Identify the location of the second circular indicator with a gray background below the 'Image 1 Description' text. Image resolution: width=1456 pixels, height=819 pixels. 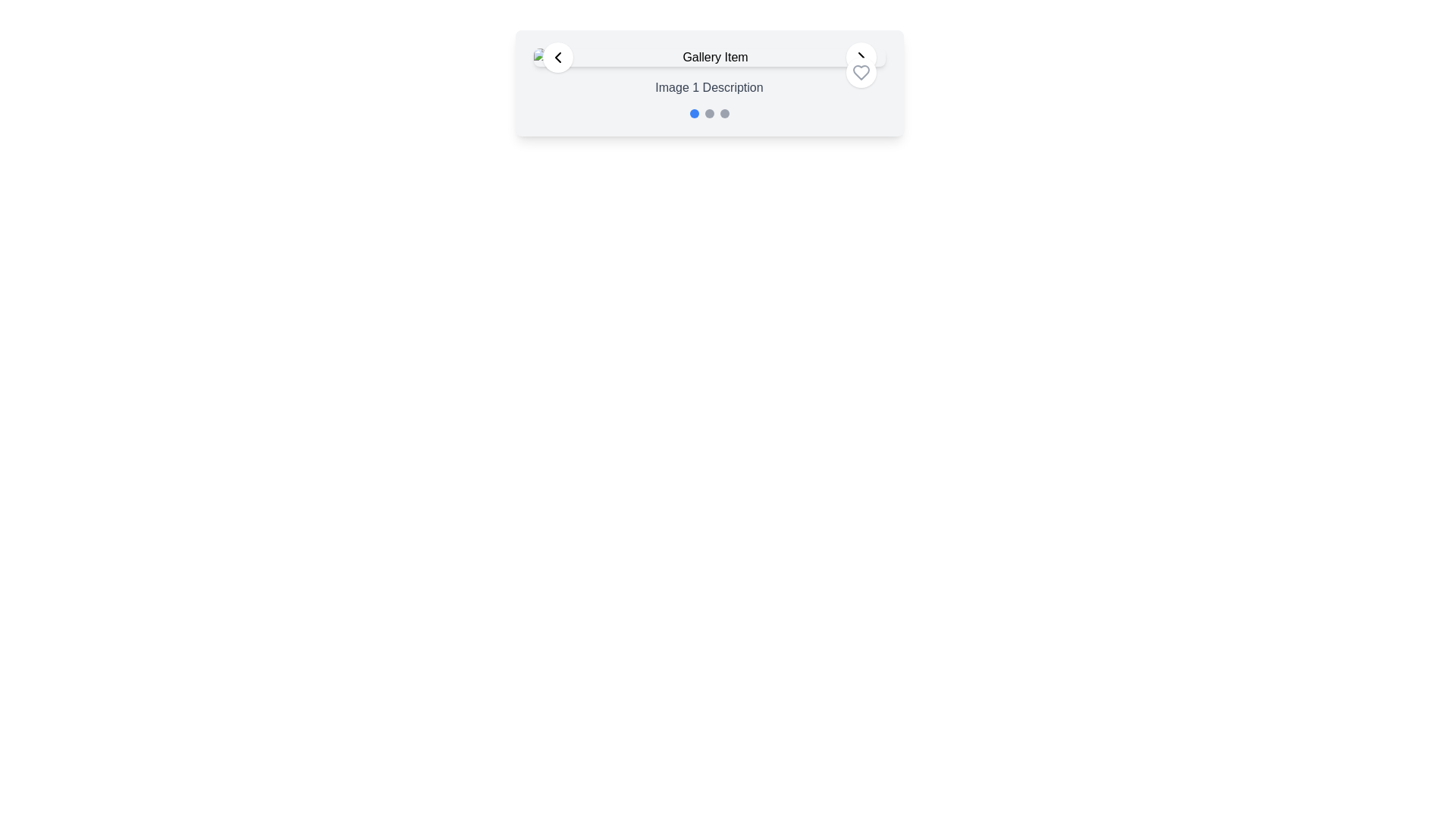
(708, 113).